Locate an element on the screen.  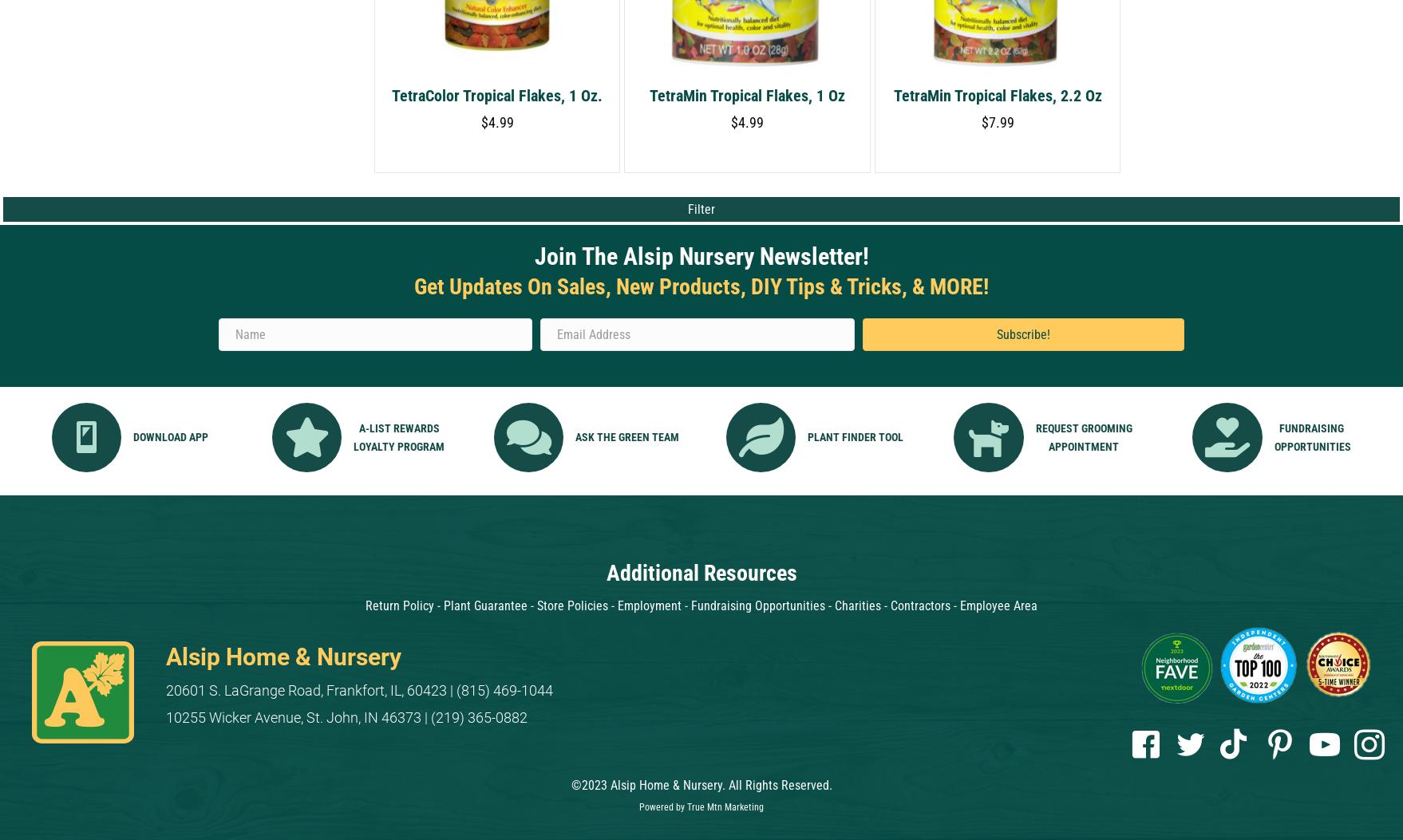
'Charities' is located at coordinates (834, 605).